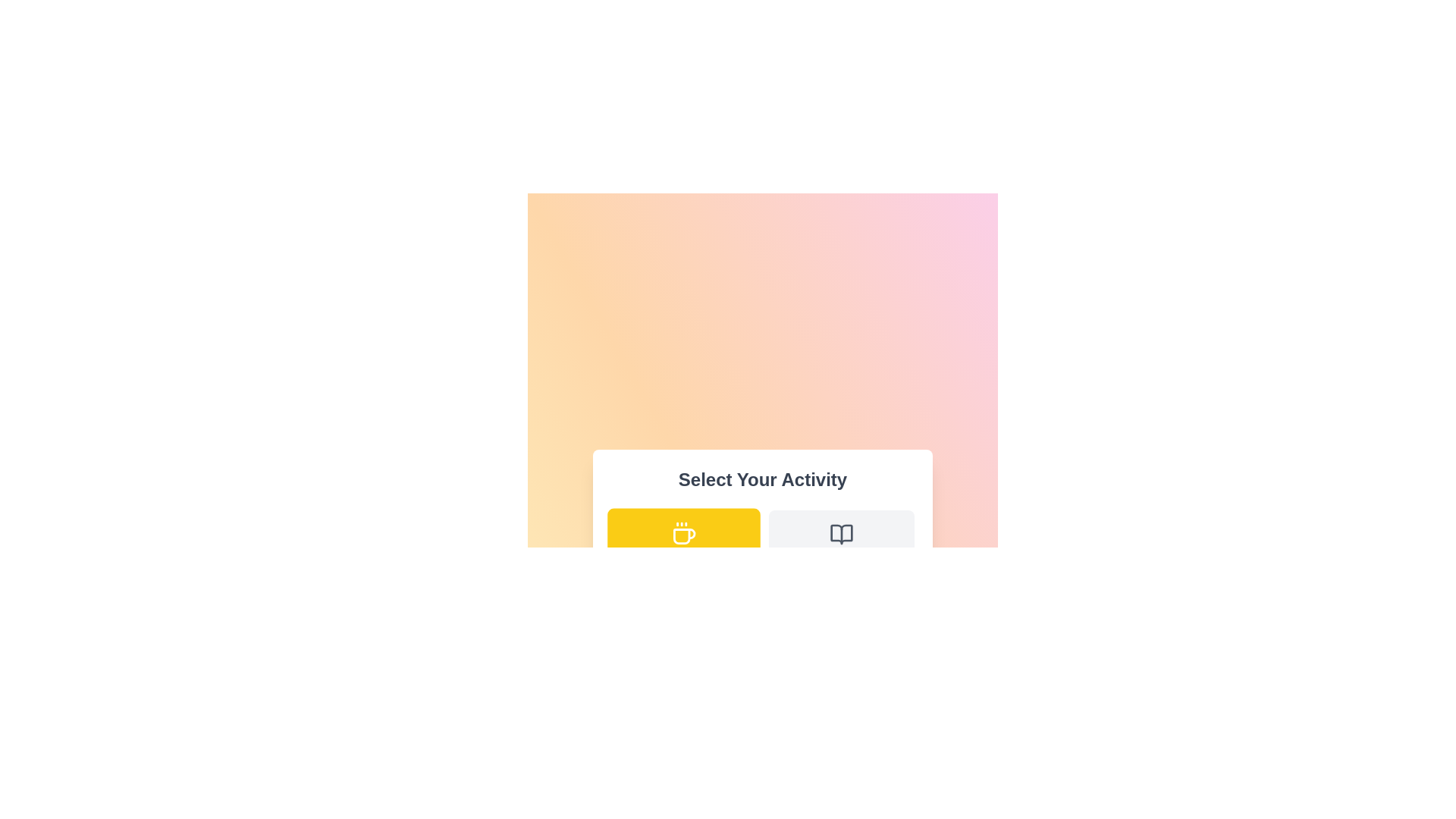  Describe the element at coordinates (683, 548) in the screenshot. I see `the button` at that location.